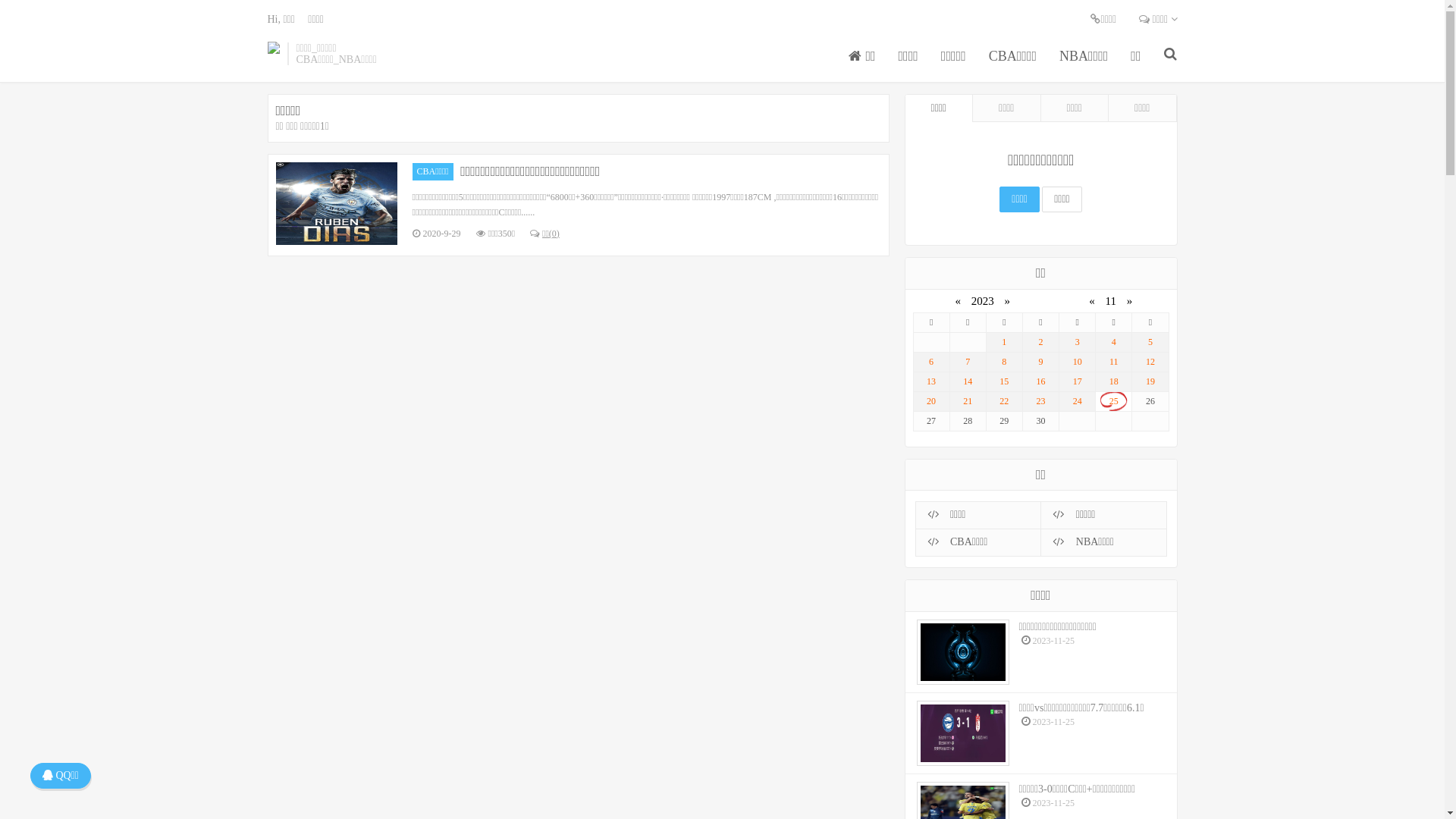 This screenshot has height=819, width=1456. What do you see at coordinates (1004, 381) in the screenshot?
I see `'15'` at bounding box center [1004, 381].